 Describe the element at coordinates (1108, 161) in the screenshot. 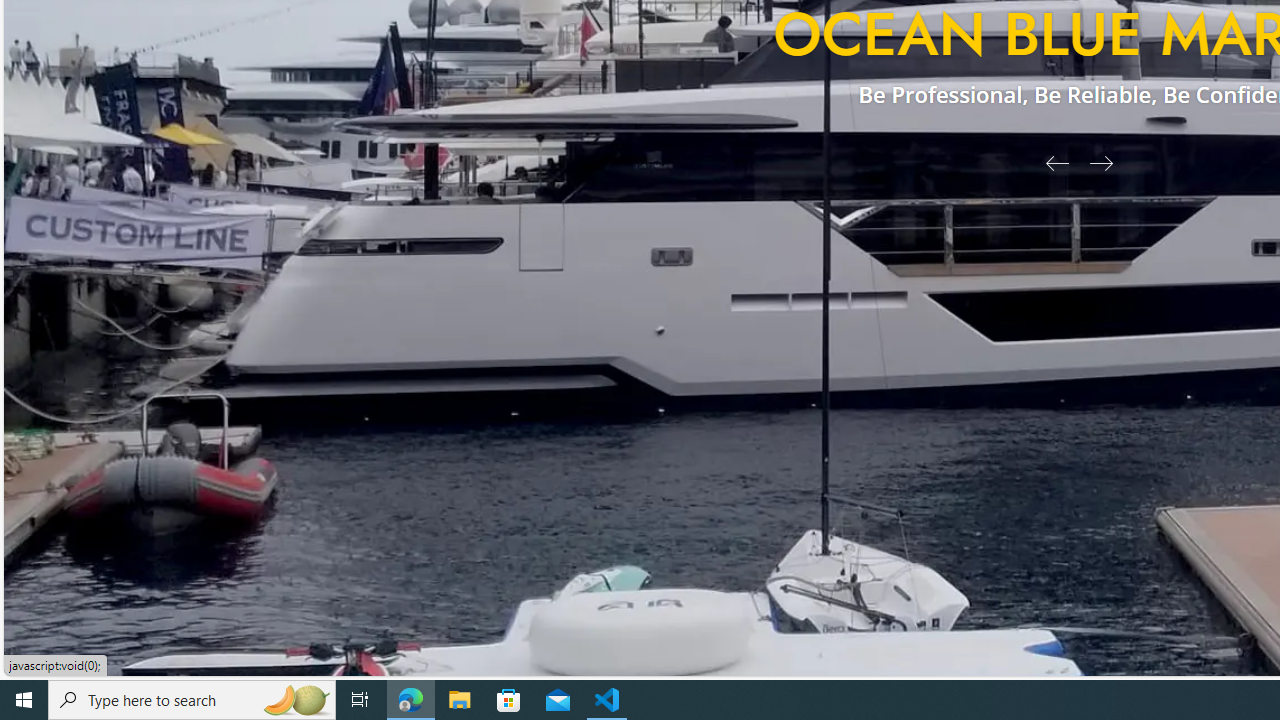

I see `'Next Slide'` at that location.